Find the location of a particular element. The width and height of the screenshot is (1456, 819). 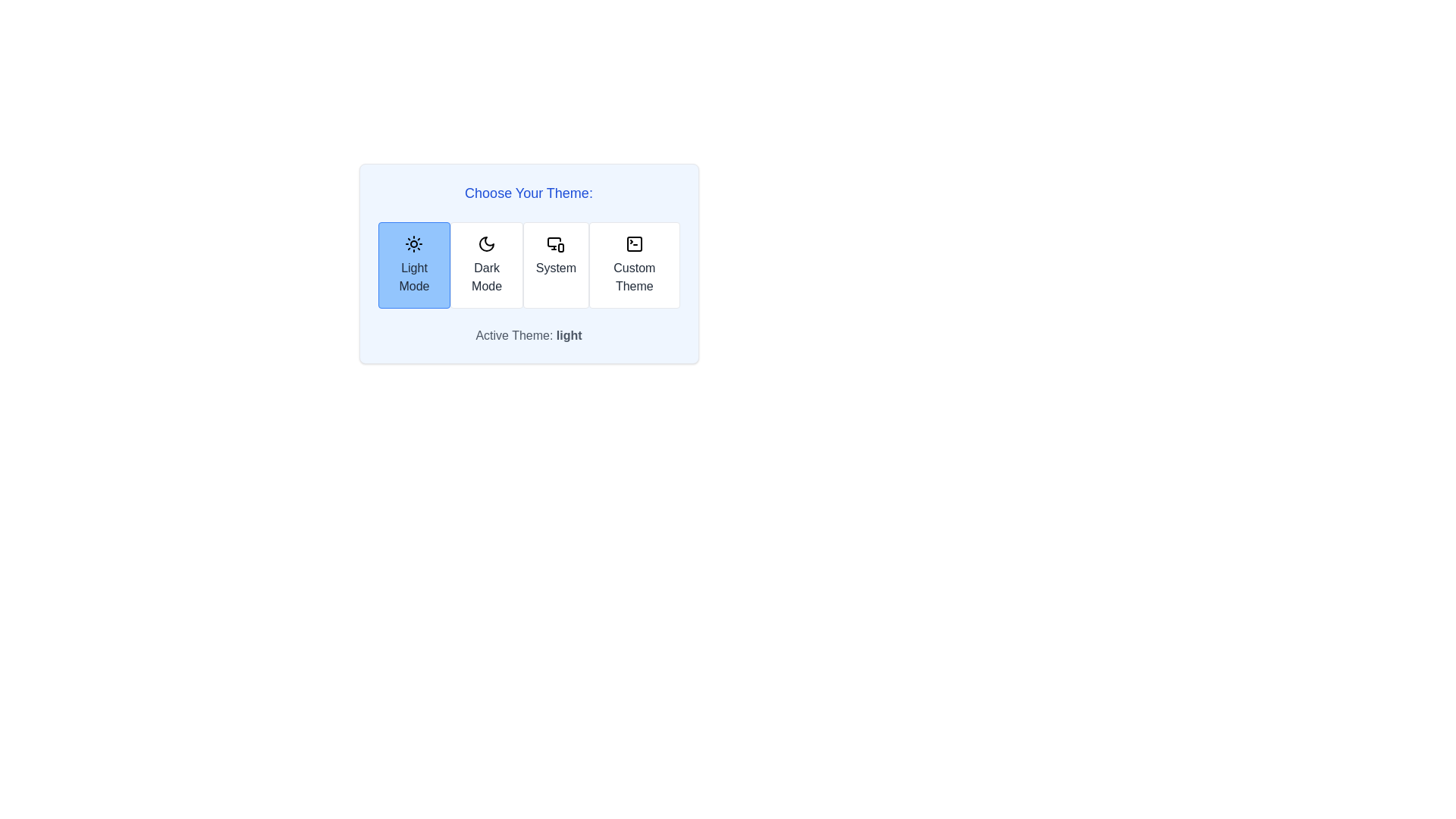

the theme option Light Mode by clicking on the corresponding button is located at coordinates (414, 265).